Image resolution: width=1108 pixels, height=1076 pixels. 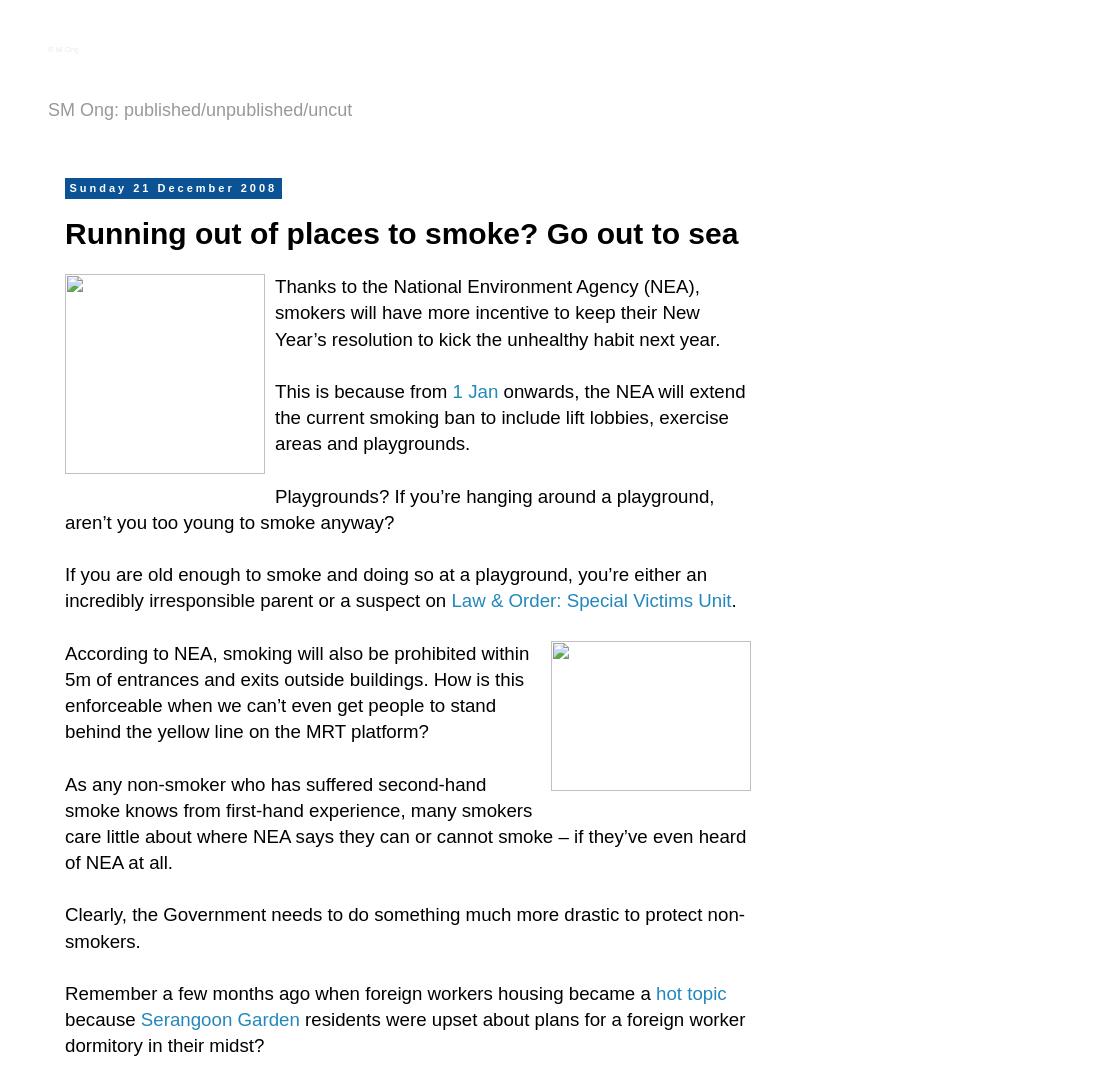 I want to click on 'Thanks to the National Environment Agency (NEA), smokers will have more incentive to keep their New Year’s resolution to kick the unhealthy habit next year.', so click(x=497, y=311).